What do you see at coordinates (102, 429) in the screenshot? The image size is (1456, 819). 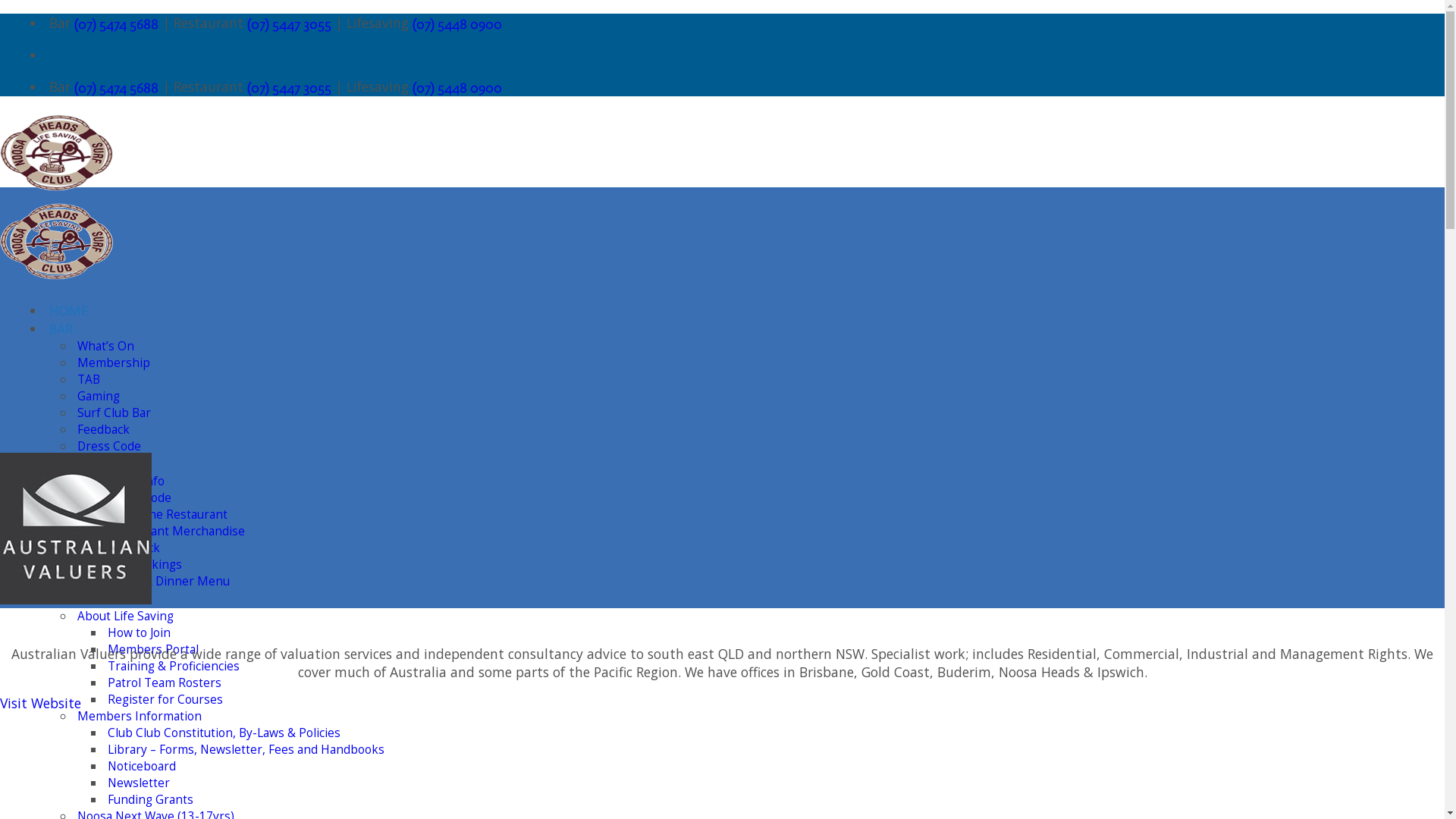 I see `'Feedback'` at bounding box center [102, 429].